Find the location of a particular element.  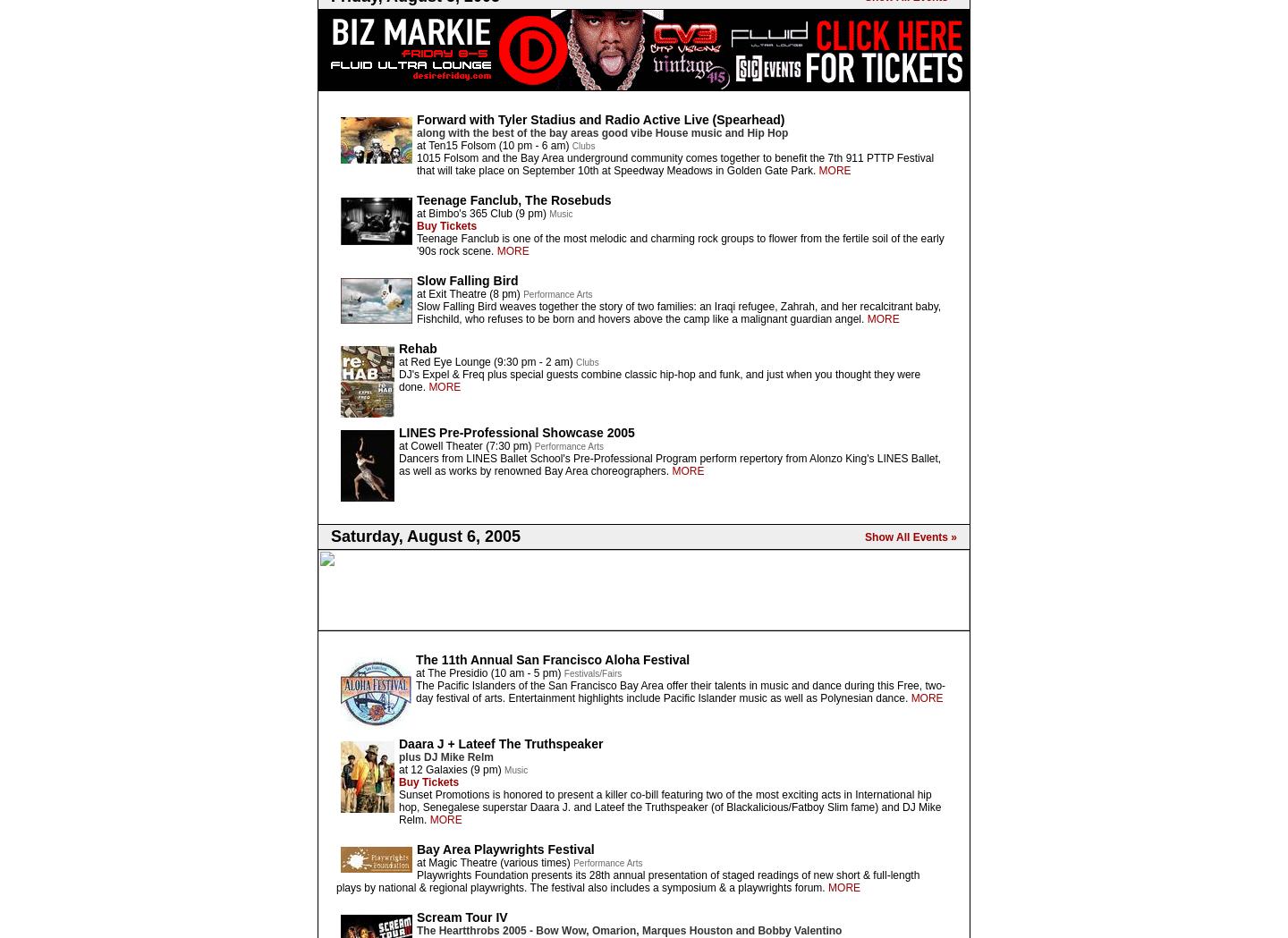

'Dancers from LINES Ballet School's Pre-Professional Program perform repertory from Alonzo King's LINES Ballet, as well as works by renowned Bay Area choreographers.' is located at coordinates (668, 463).